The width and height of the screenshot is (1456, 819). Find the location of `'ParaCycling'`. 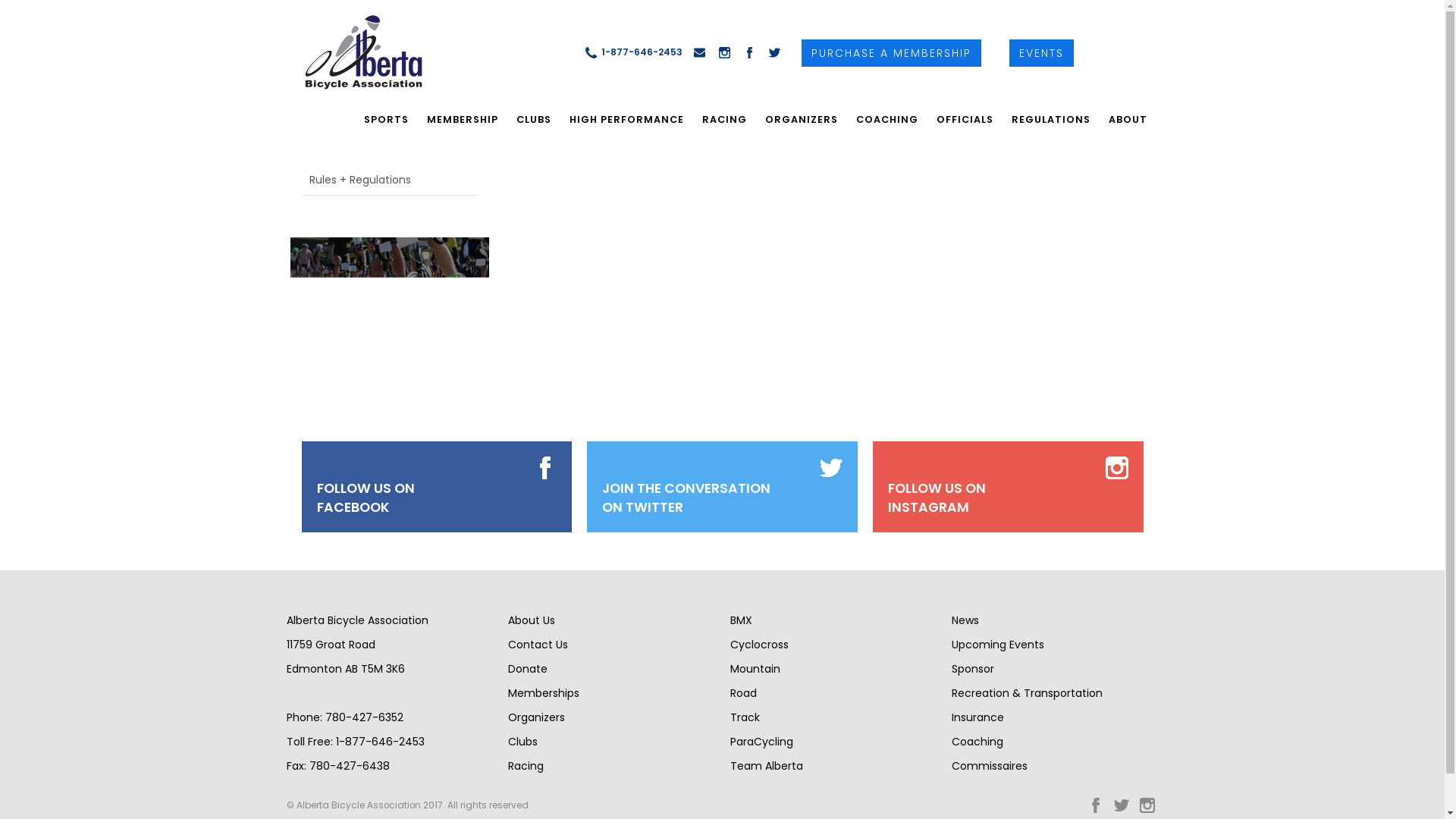

'ParaCycling' is located at coordinates (729, 741).